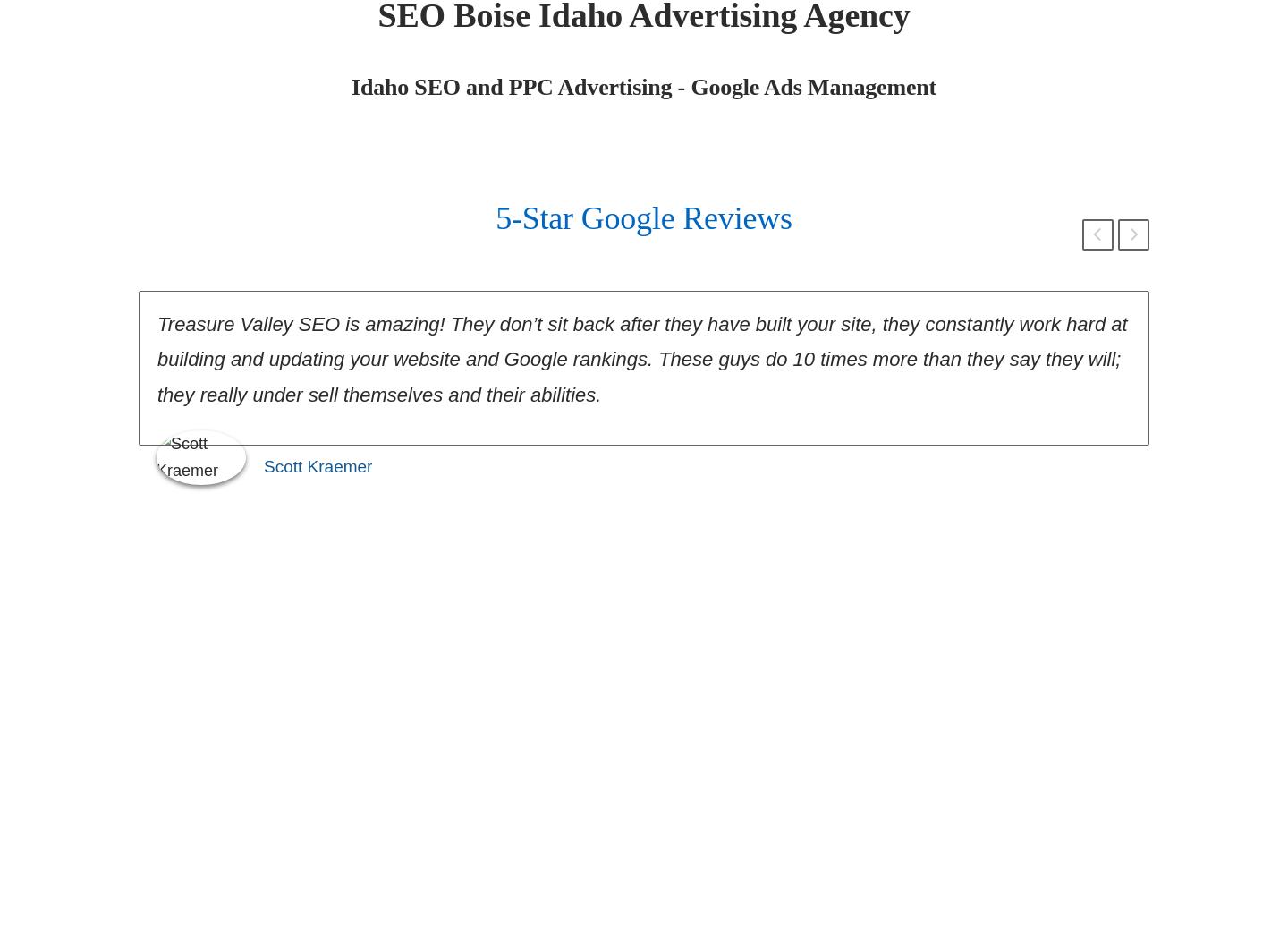 The width and height of the screenshot is (1288, 944). Describe the element at coordinates (643, 902) in the screenshot. I see `'1st Page Google'` at that location.